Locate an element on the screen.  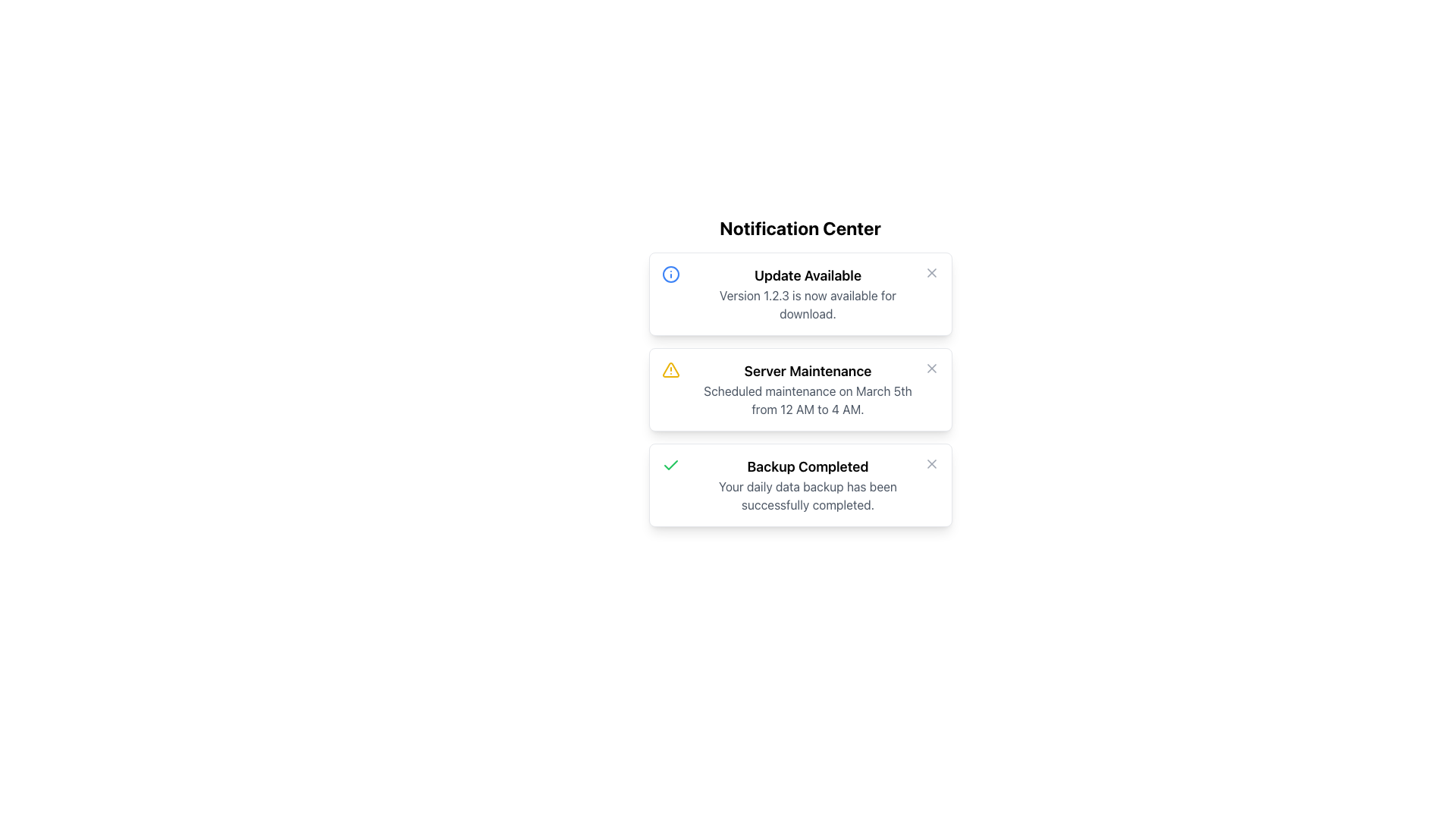
the text label that summarizes the notification, stating 'Update Available', located at the top of the notification card in the Notification Center is located at coordinates (807, 275).